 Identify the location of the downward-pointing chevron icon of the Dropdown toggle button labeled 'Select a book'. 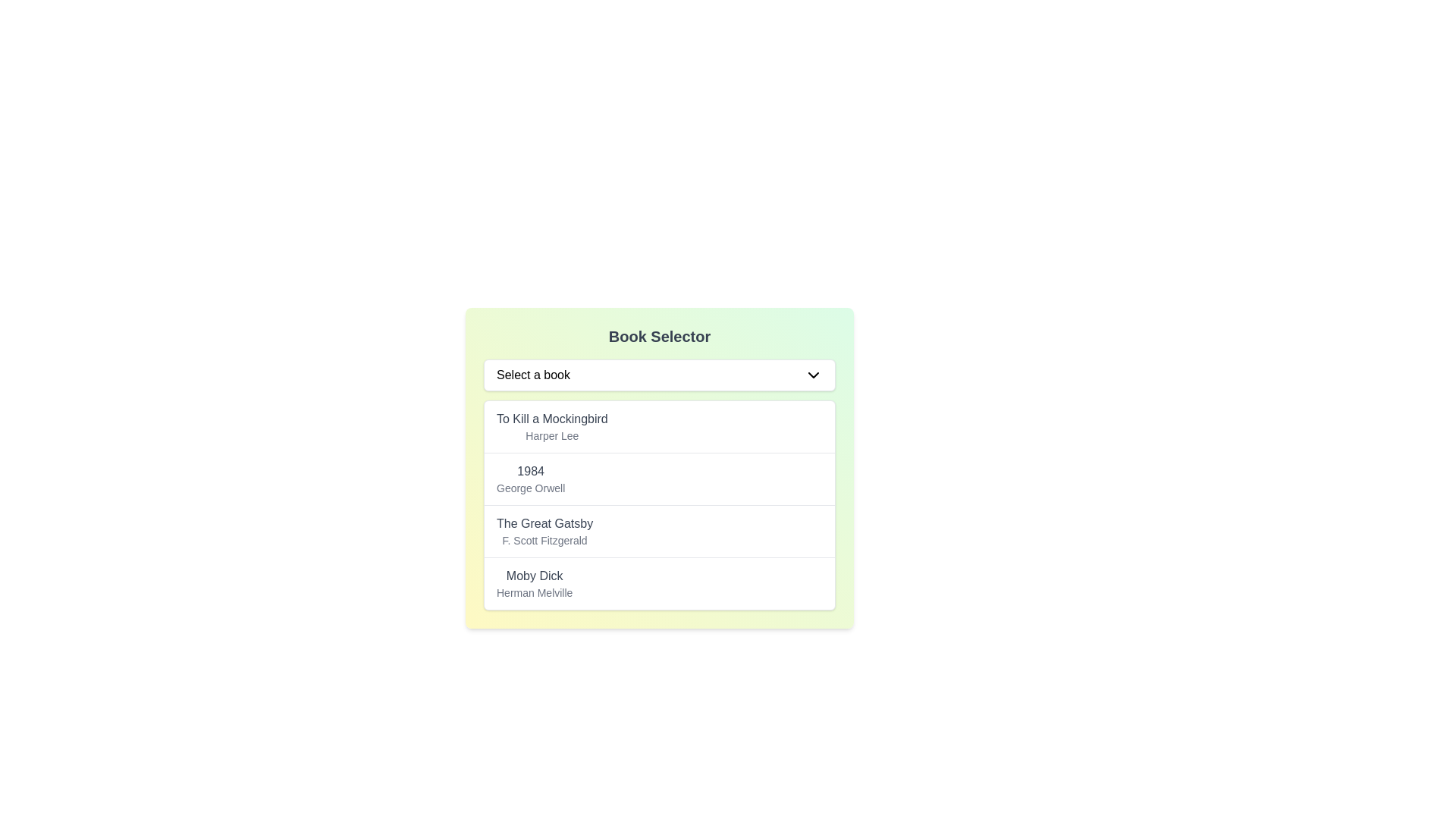
(813, 375).